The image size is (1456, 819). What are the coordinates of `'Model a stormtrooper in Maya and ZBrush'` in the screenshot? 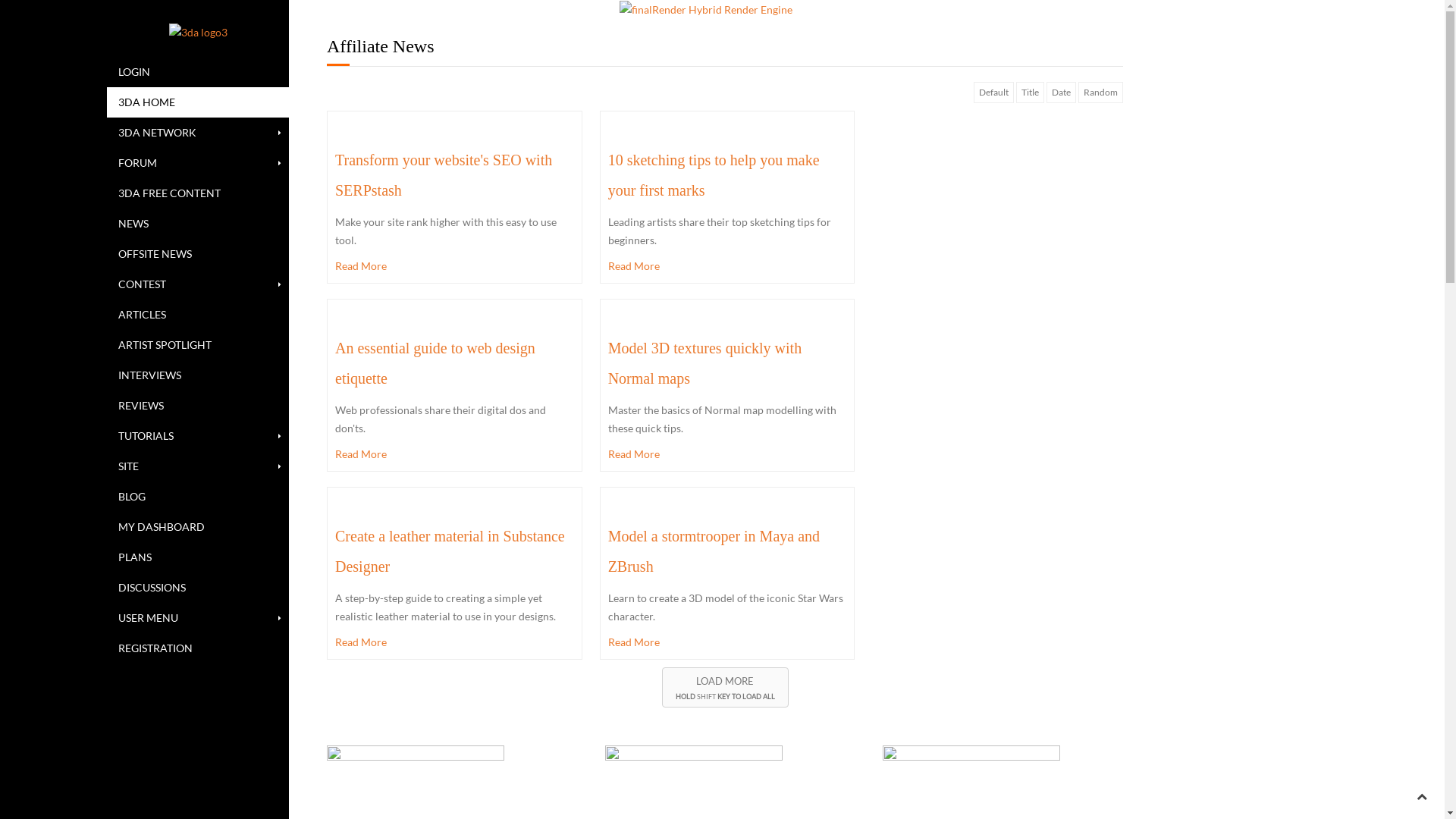 It's located at (607, 551).